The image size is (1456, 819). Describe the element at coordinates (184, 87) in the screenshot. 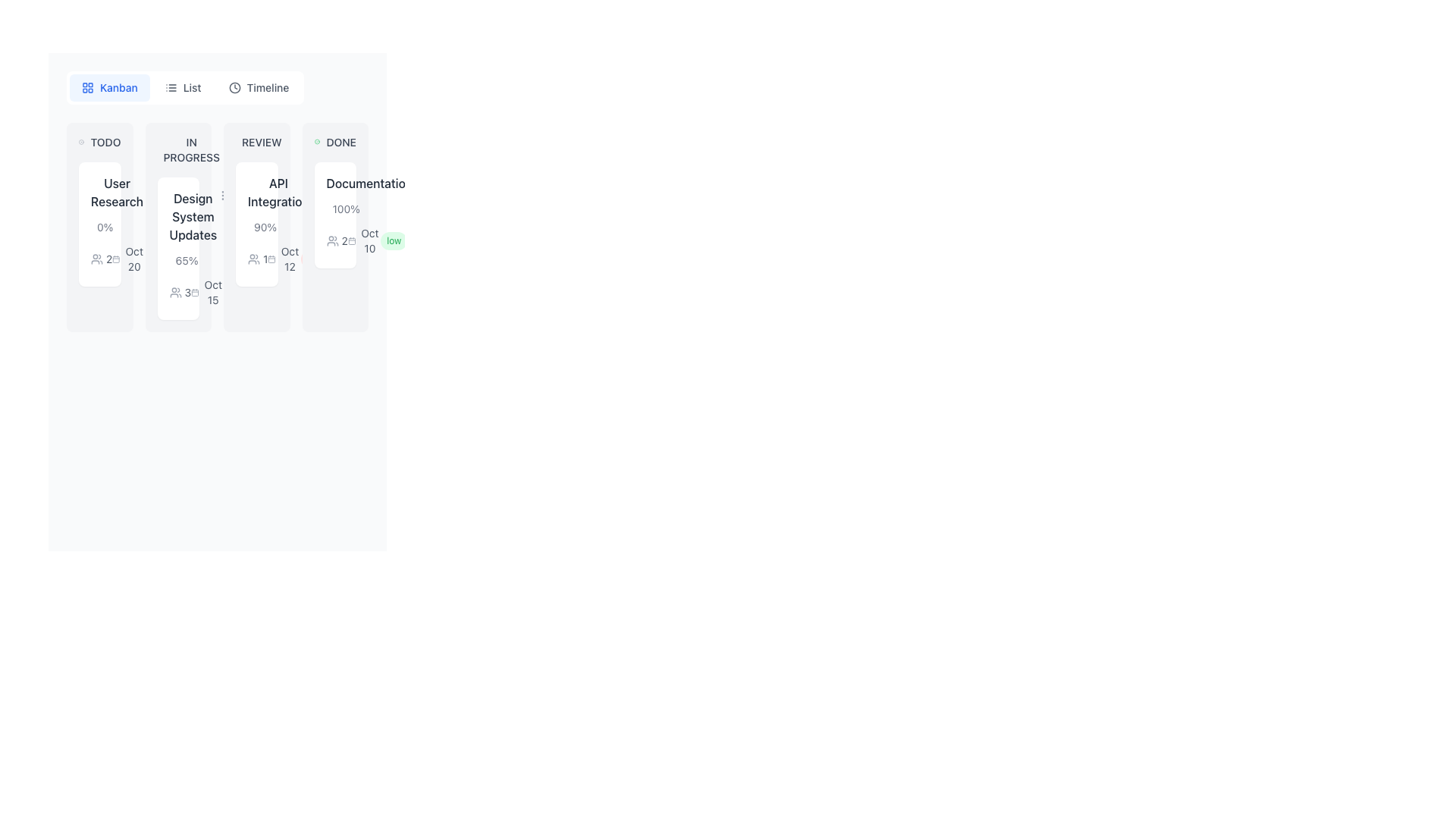

I see `the 'List' button located in the middle of the navigation bar at the top of the interface` at that location.